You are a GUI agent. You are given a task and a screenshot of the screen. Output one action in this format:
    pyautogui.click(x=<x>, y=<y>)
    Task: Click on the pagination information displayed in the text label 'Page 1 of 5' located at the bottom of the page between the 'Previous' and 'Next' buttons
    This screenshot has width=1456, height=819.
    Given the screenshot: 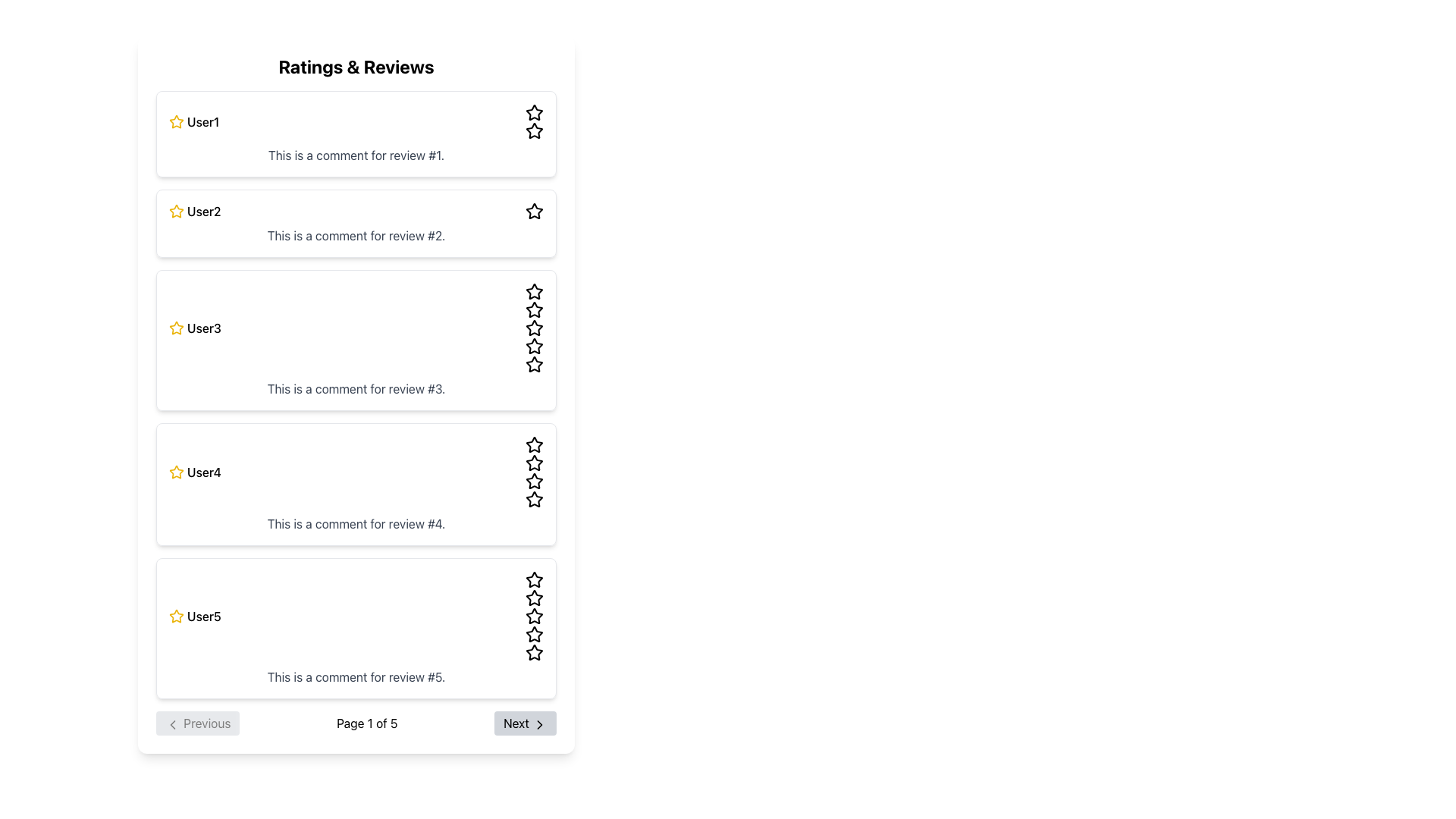 What is the action you would take?
    pyautogui.click(x=367, y=722)
    